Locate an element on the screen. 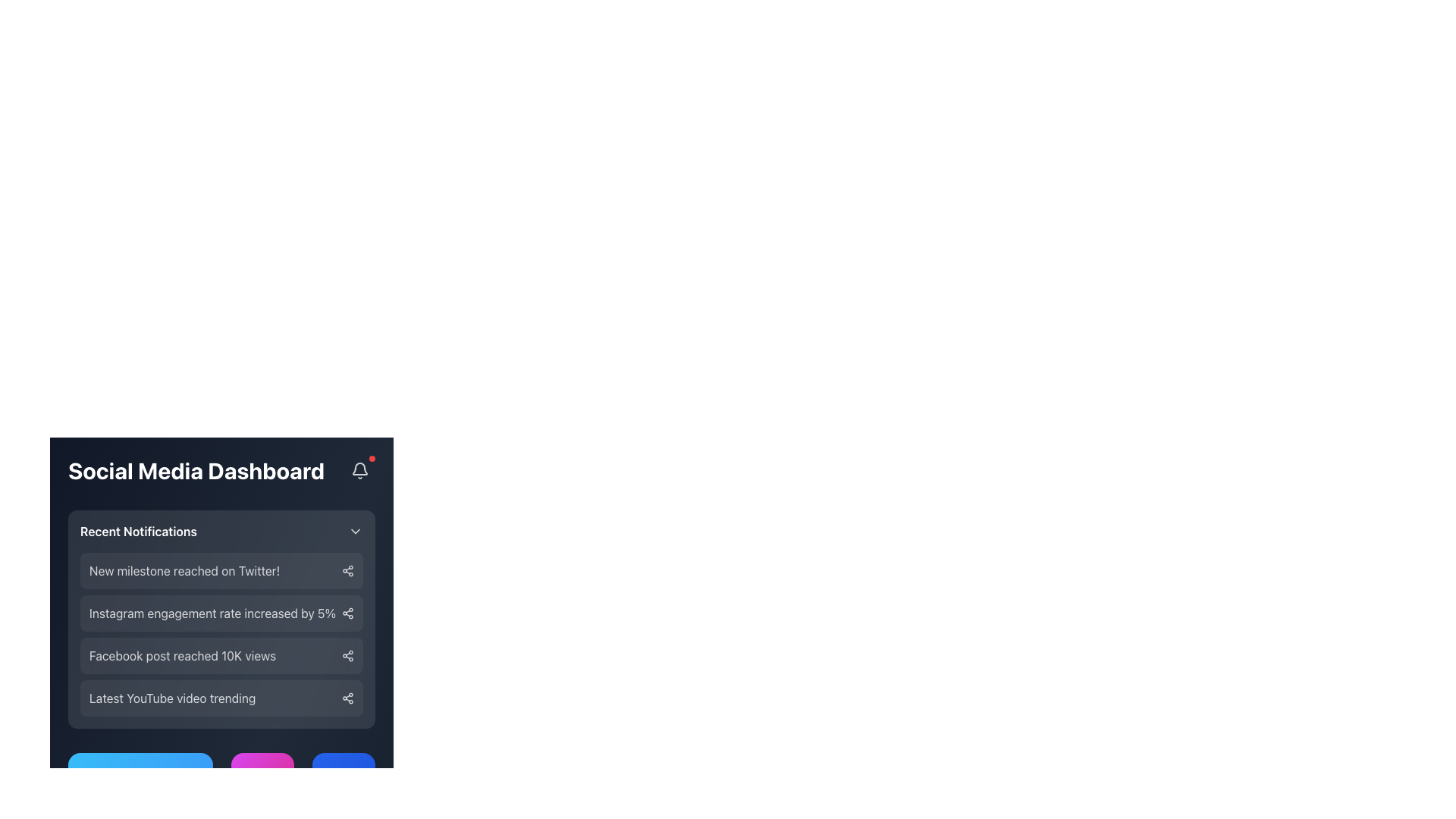  the static label that reads 'Latest YouTube video trending', which is the left-most component in the 'Recent Notifications' section is located at coordinates (172, 698).